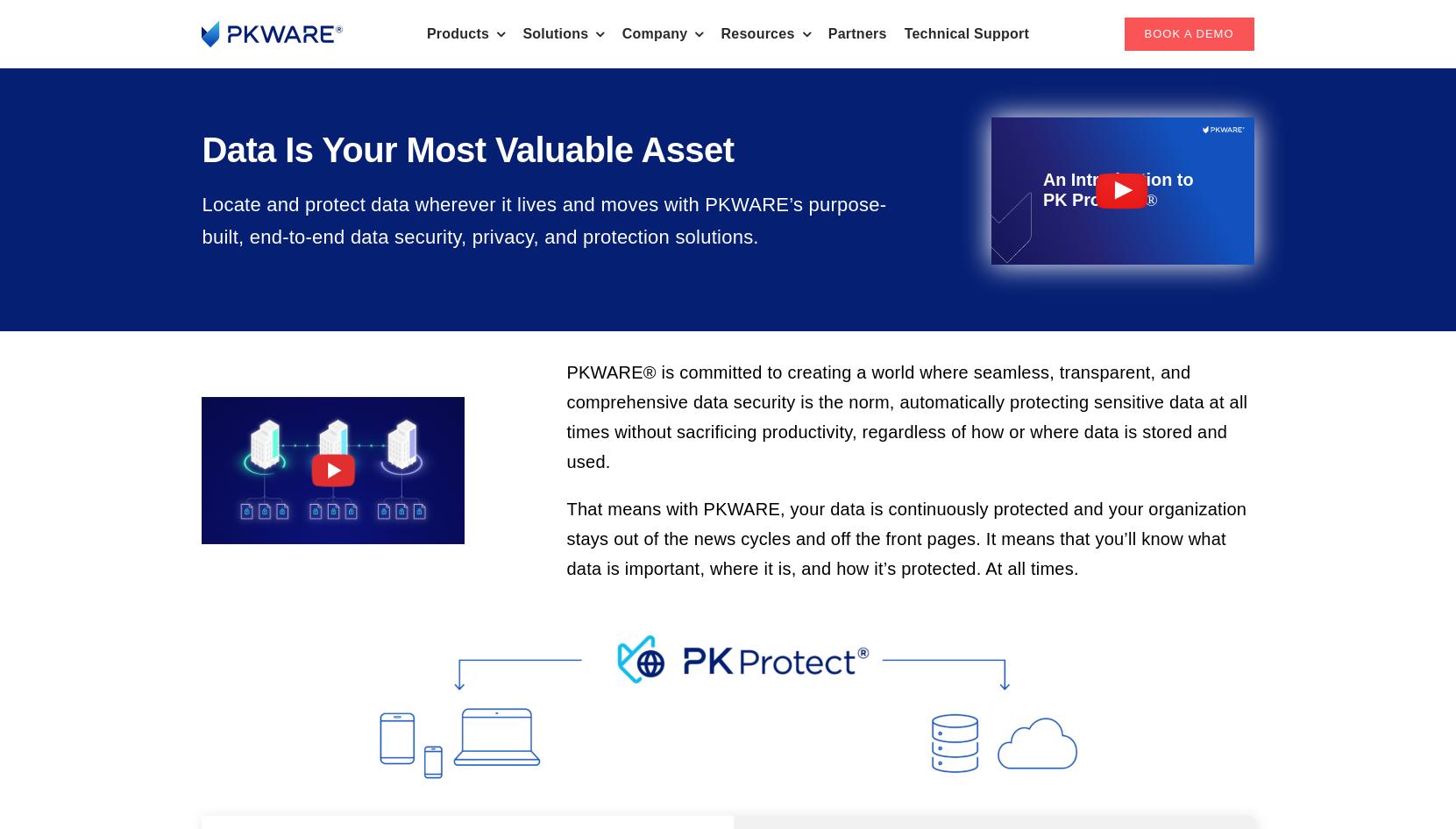  I want to click on 'DSPM', so click(253, 142).